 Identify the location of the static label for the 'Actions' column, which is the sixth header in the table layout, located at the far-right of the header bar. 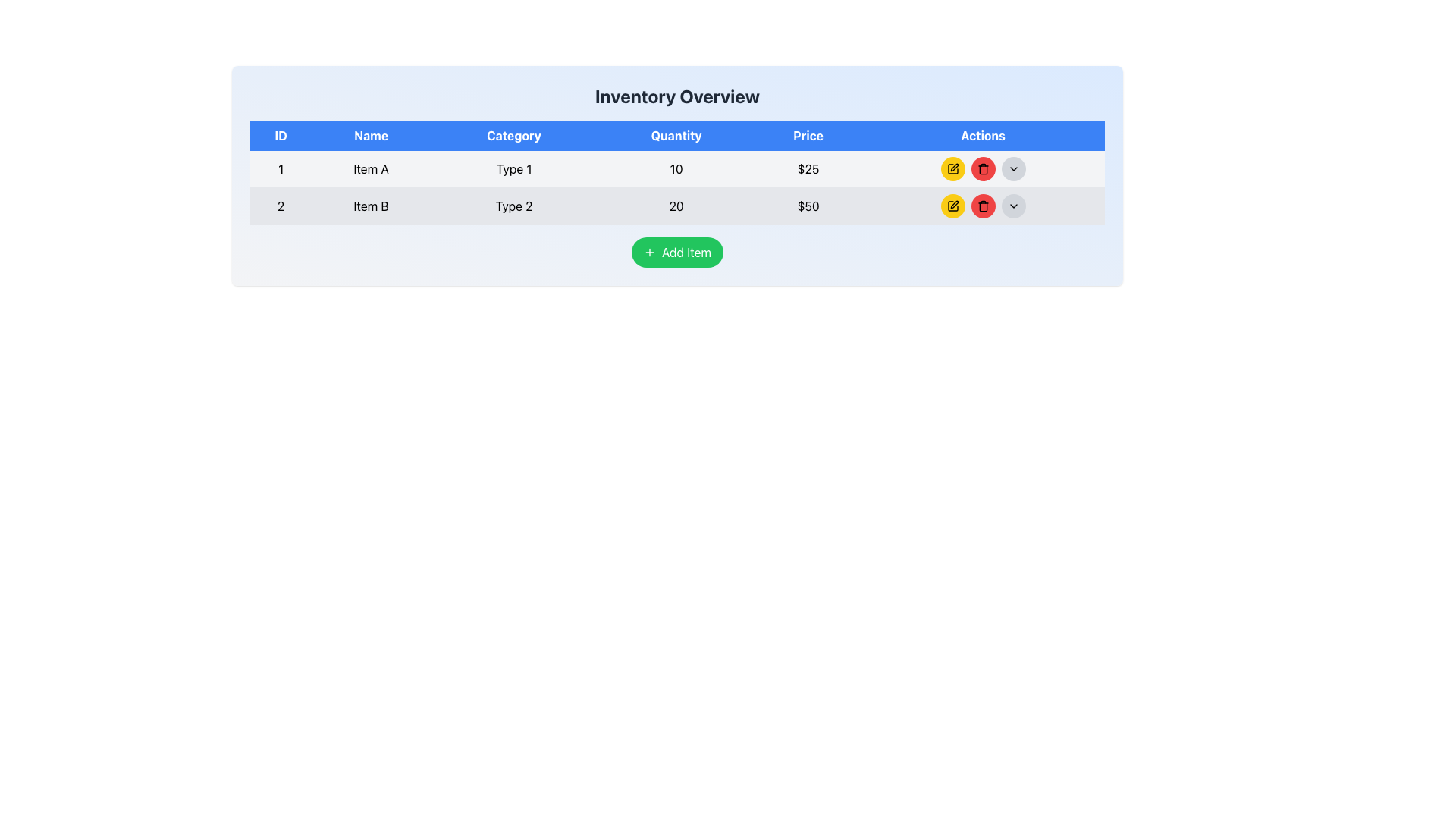
(983, 134).